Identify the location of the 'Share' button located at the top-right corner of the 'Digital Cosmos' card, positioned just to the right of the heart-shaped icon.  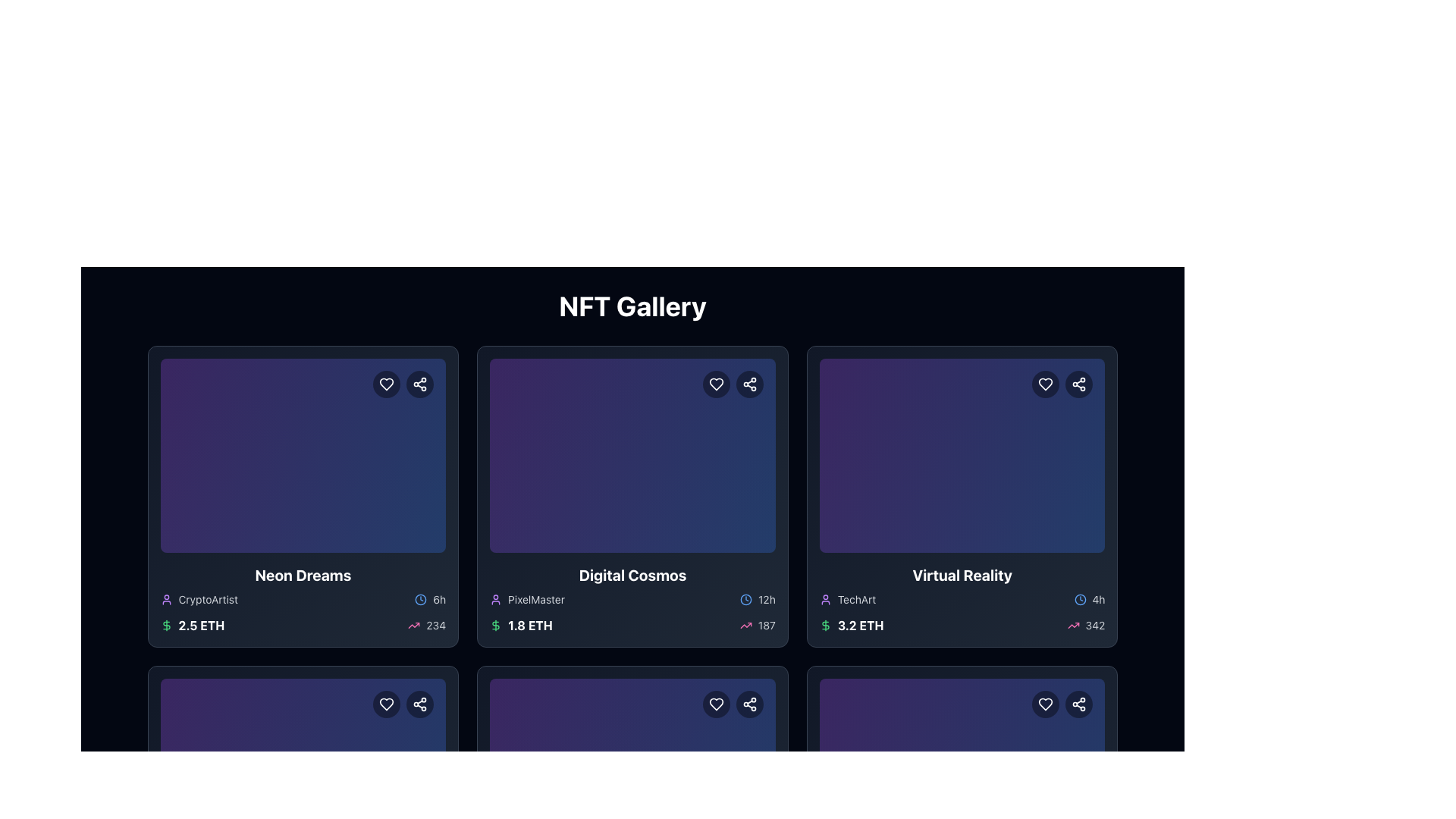
(749, 383).